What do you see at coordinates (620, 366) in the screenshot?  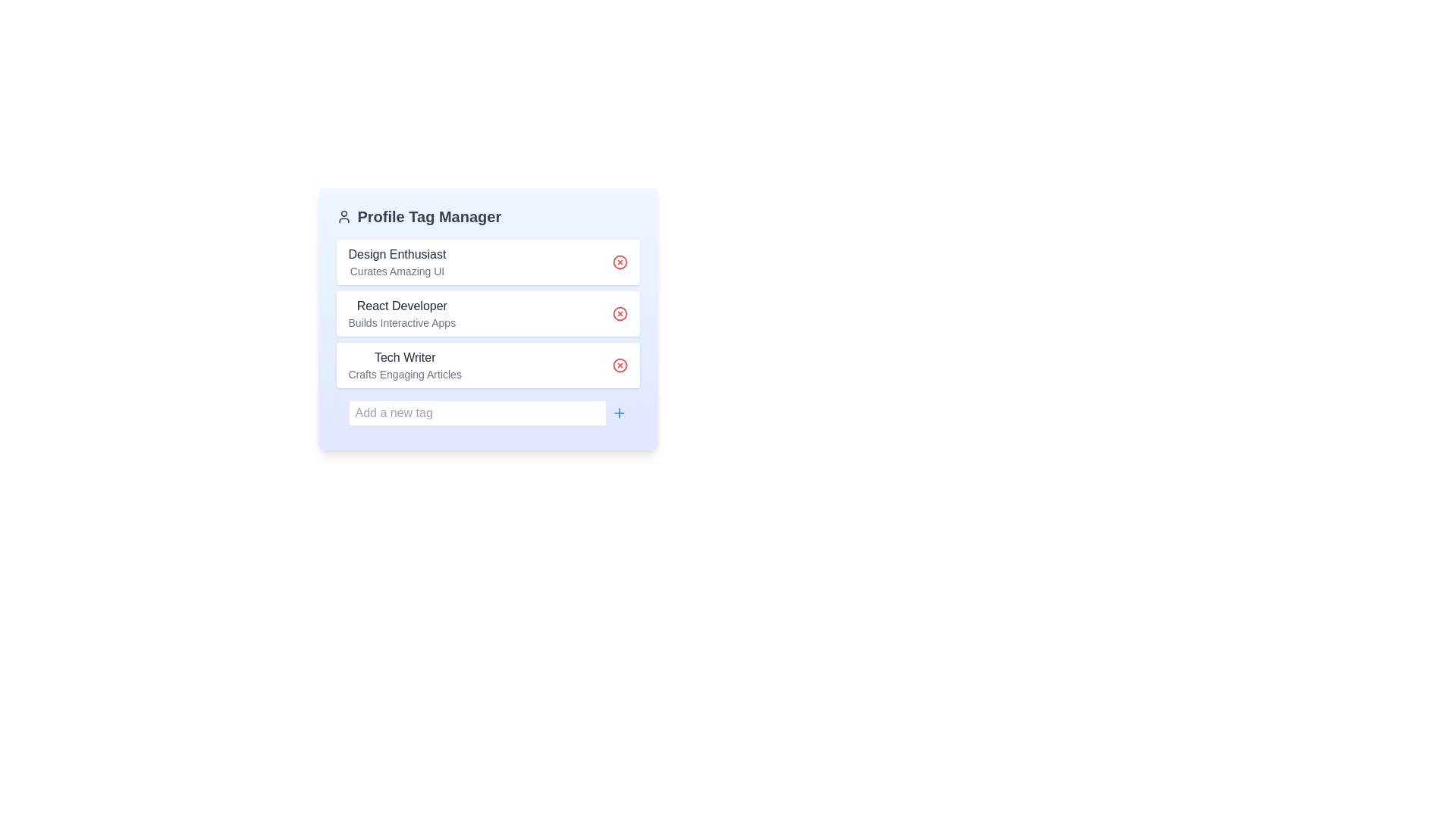 I see `the delete button for the tag named Tech Writer` at bounding box center [620, 366].